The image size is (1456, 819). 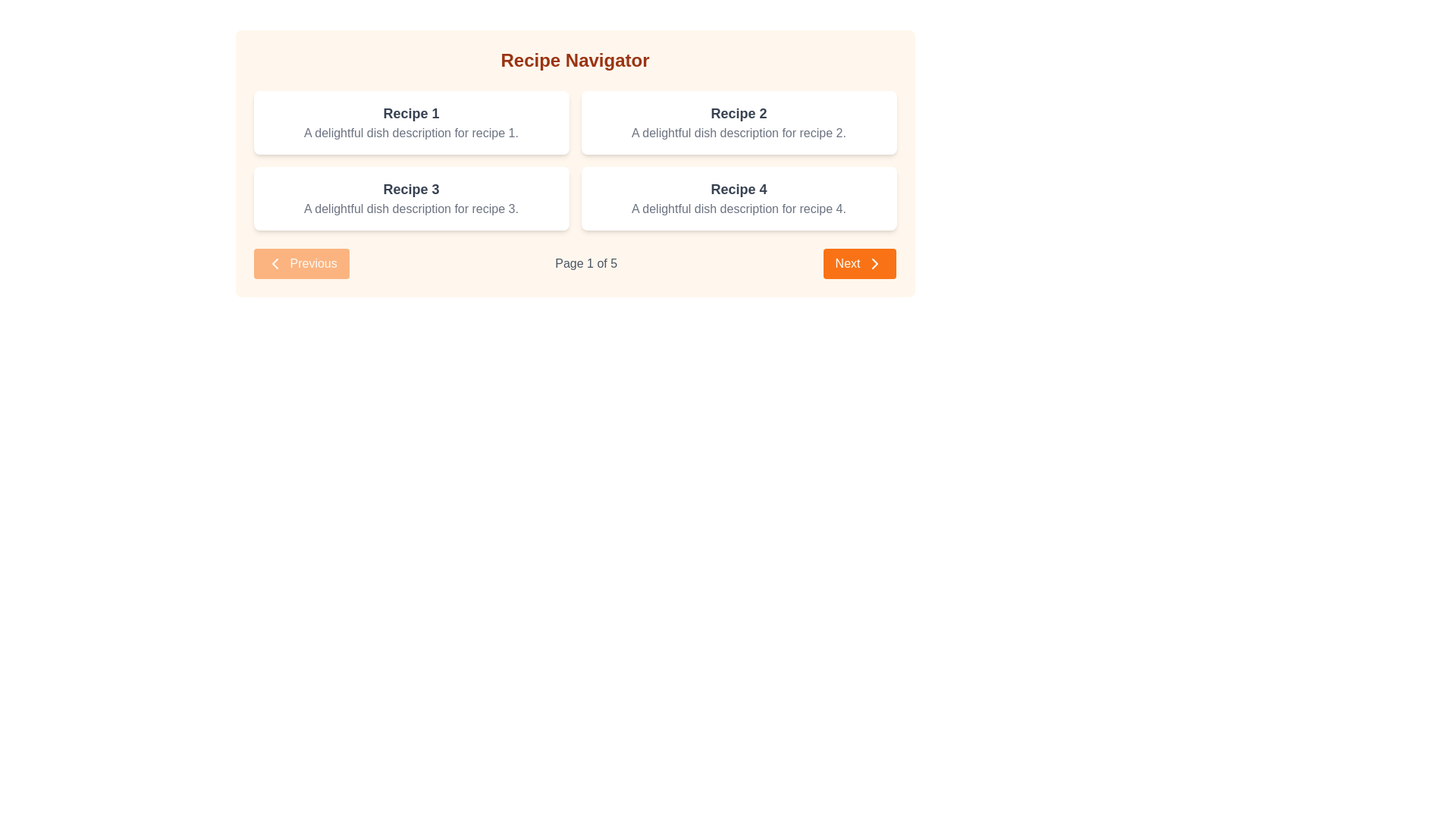 I want to click on the 'Recipe 1' display card, which is the first card in the grid layout, so click(x=411, y=122).